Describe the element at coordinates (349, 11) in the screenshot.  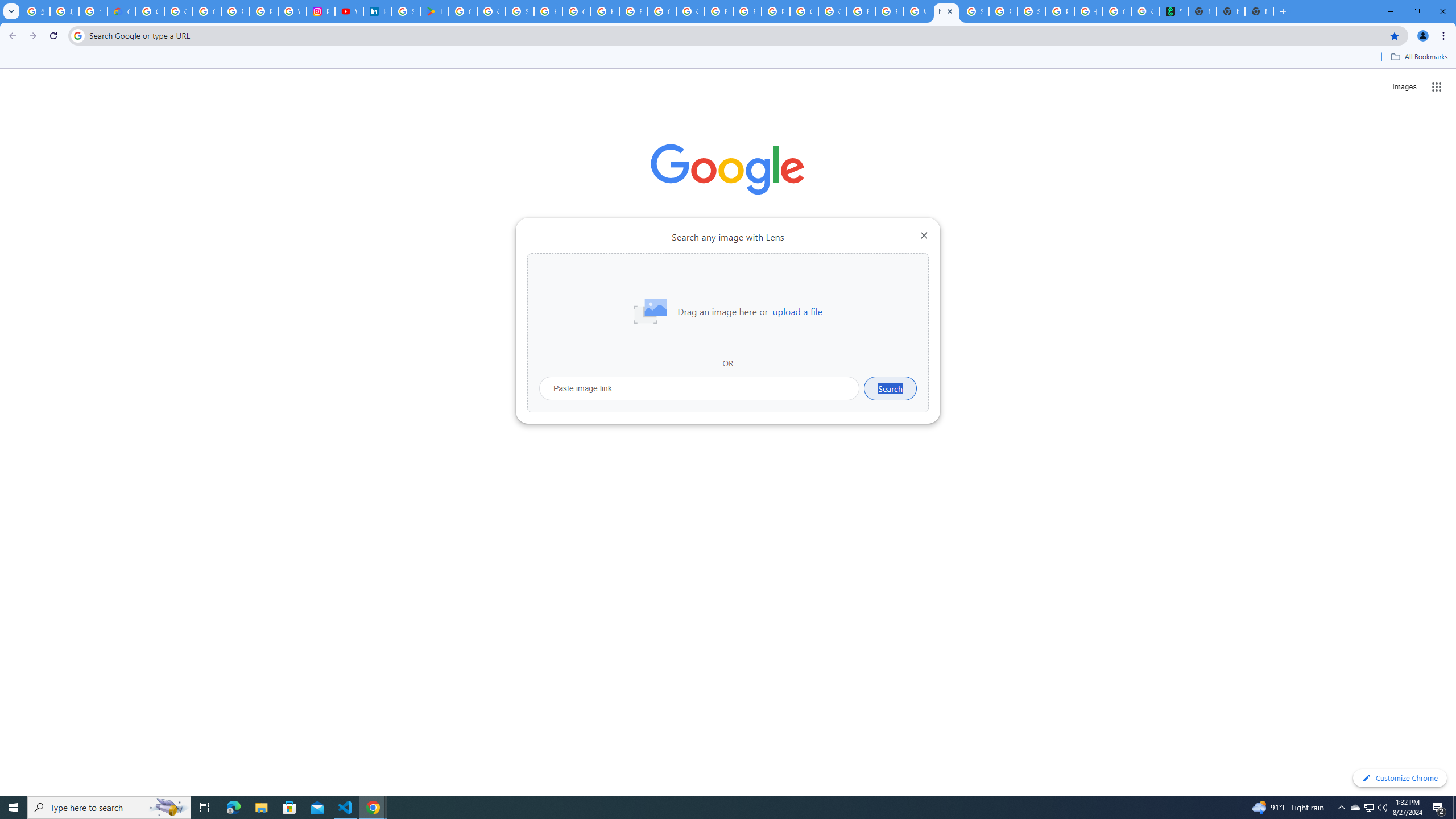
I see `'YouTube Culture & Trends - On The Rise: Handcam Videos'` at that location.